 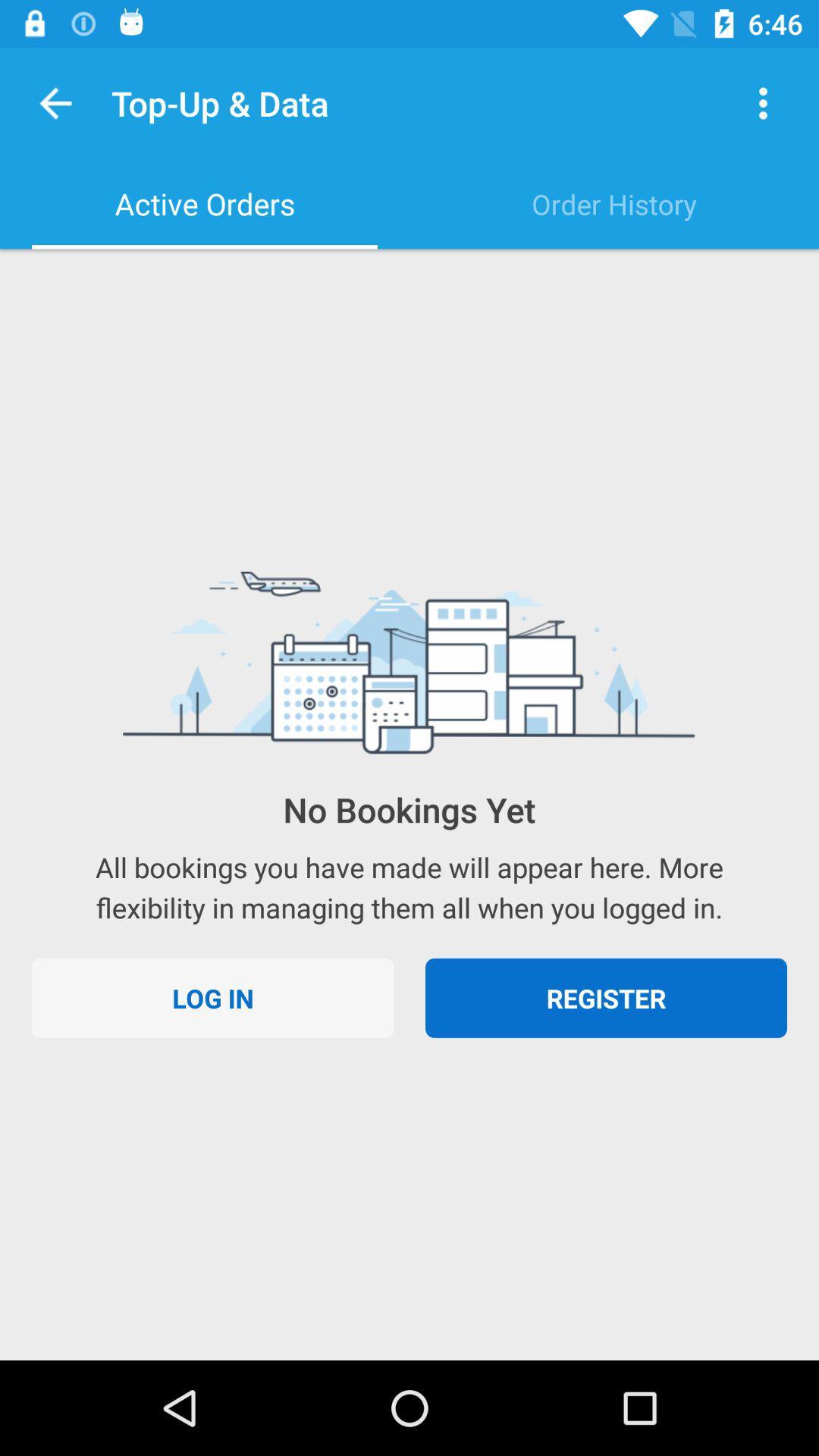 I want to click on log in at the bottom left corner, so click(x=212, y=998).